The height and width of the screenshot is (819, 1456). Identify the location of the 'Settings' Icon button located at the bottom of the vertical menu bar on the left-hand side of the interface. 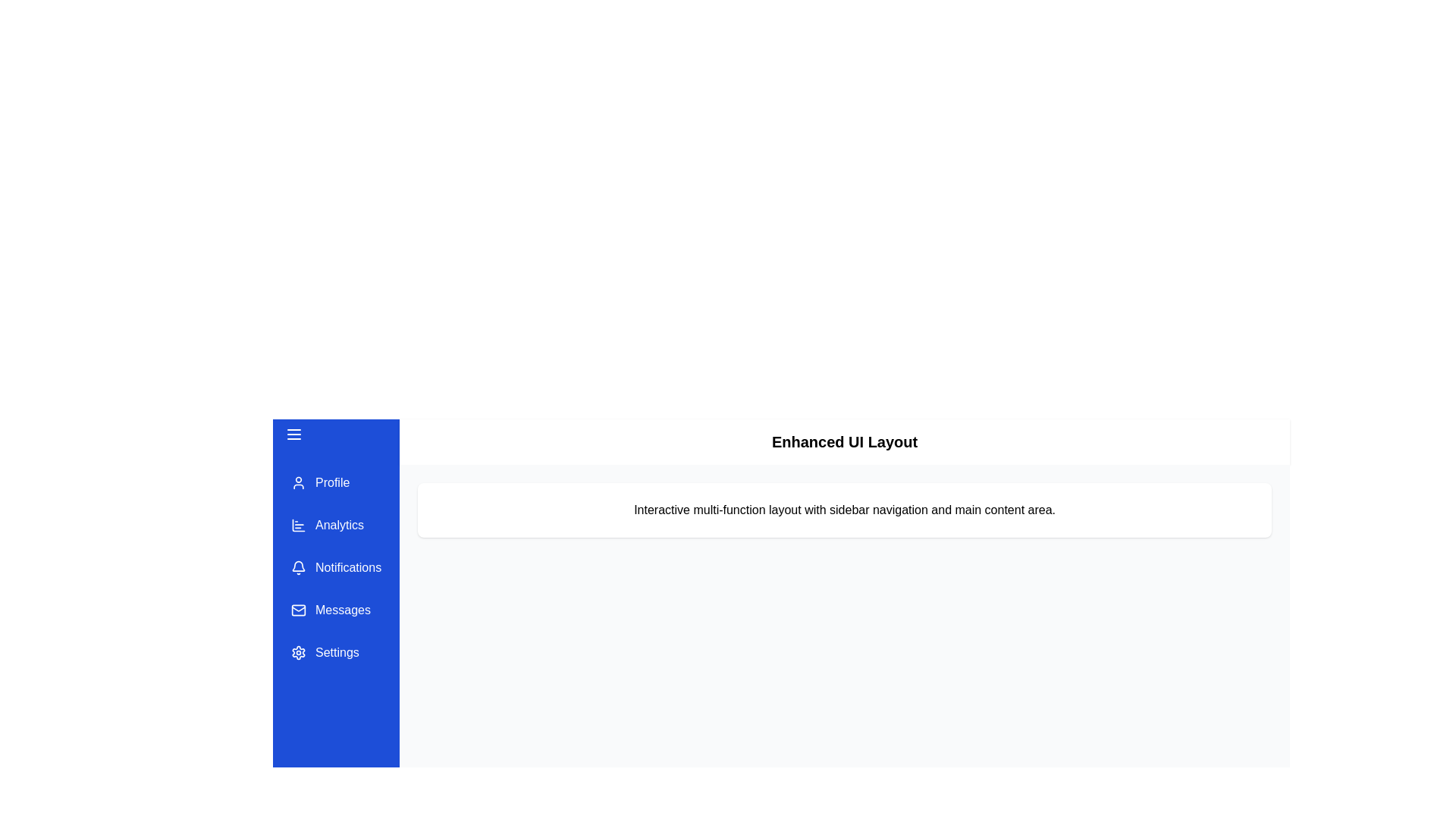
(298, 651).